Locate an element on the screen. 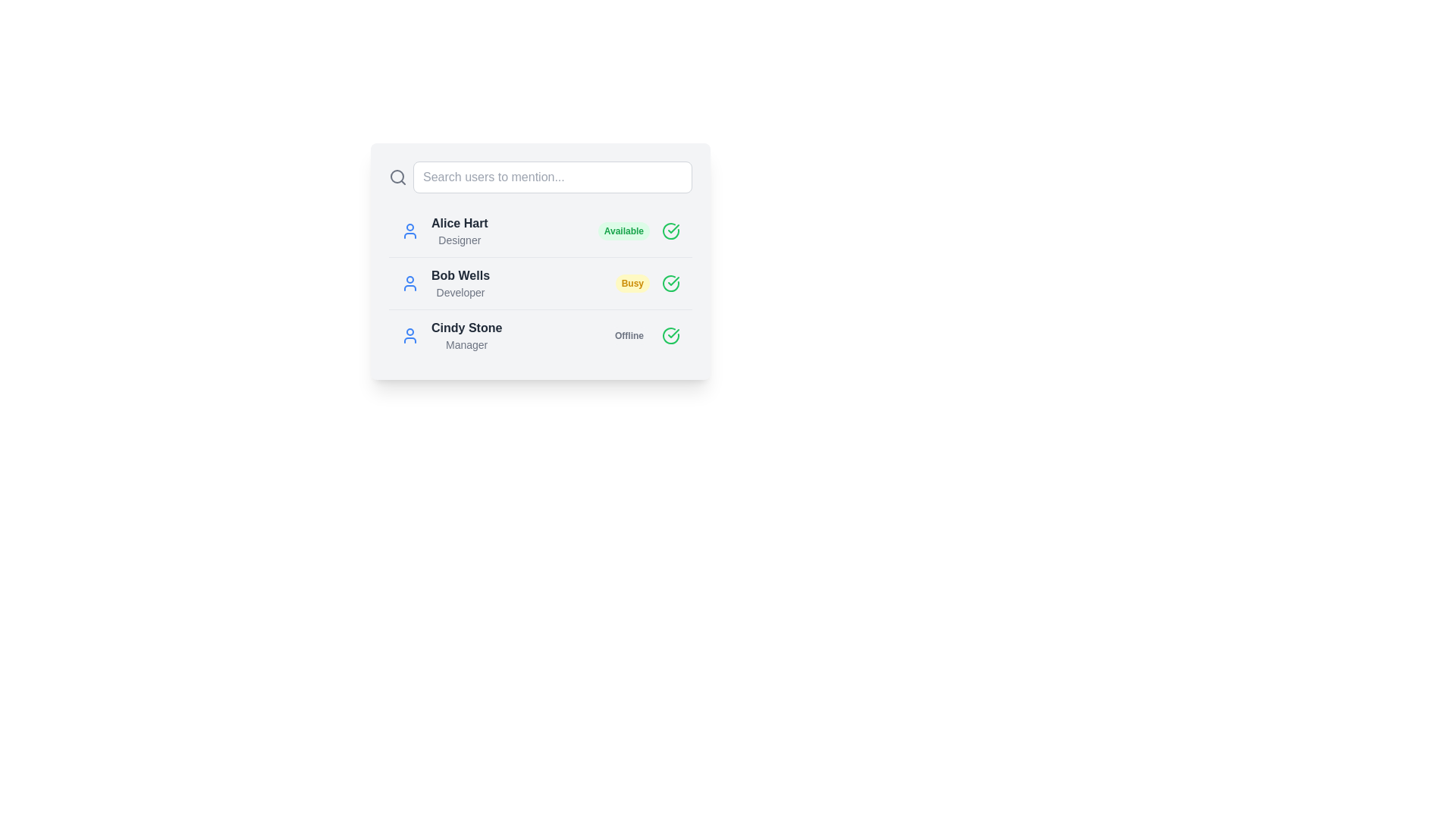 Image resolution: width=1456 pixels, height=819 pixels. the circular green checkmark icon next to the 'Available' status text for the 'Alice Hart Designer' row is located at coordinates (670, 231).